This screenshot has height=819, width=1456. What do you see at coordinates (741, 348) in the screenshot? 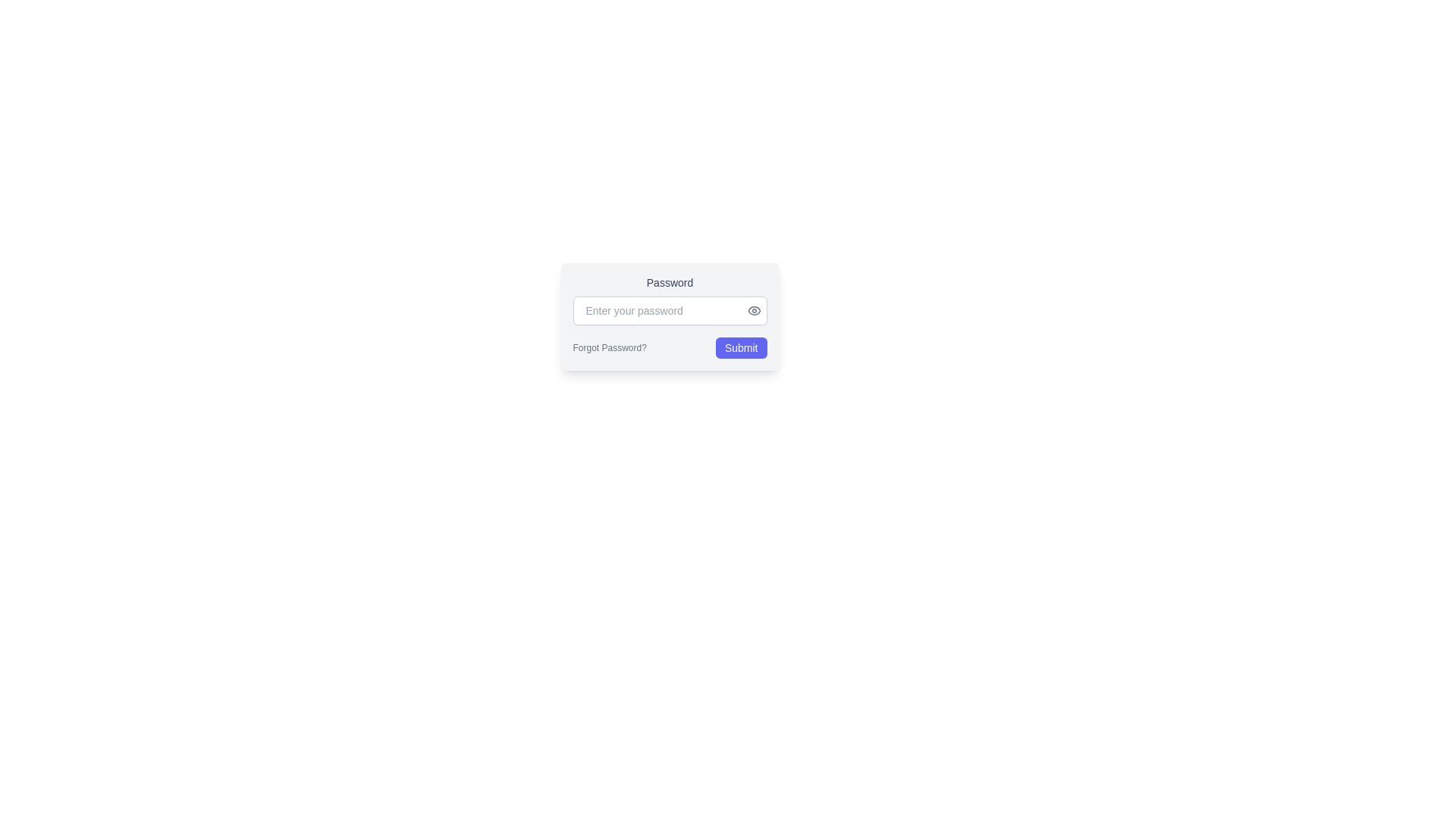
I see `the submit button located to the right of the 'Forgot Password?' text` at bounding box center [741, 348].